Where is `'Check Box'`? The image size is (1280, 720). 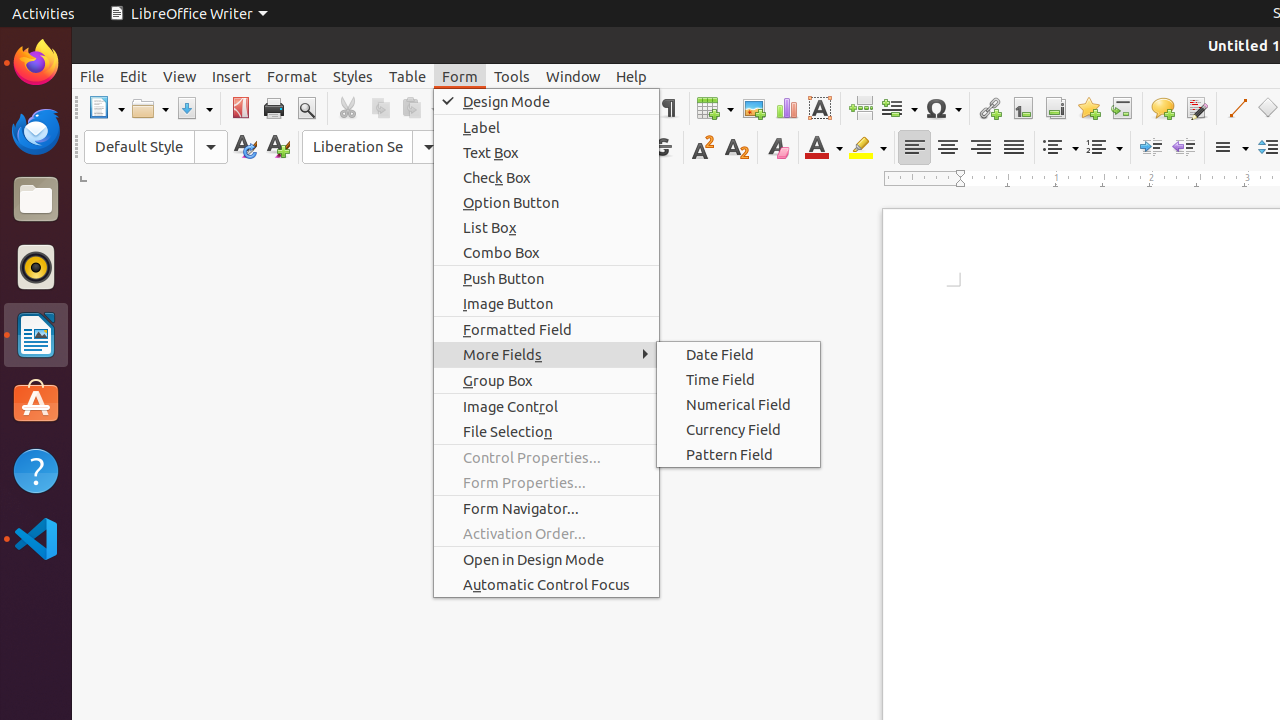
'Check Box' is located at coordinates (546, 176).